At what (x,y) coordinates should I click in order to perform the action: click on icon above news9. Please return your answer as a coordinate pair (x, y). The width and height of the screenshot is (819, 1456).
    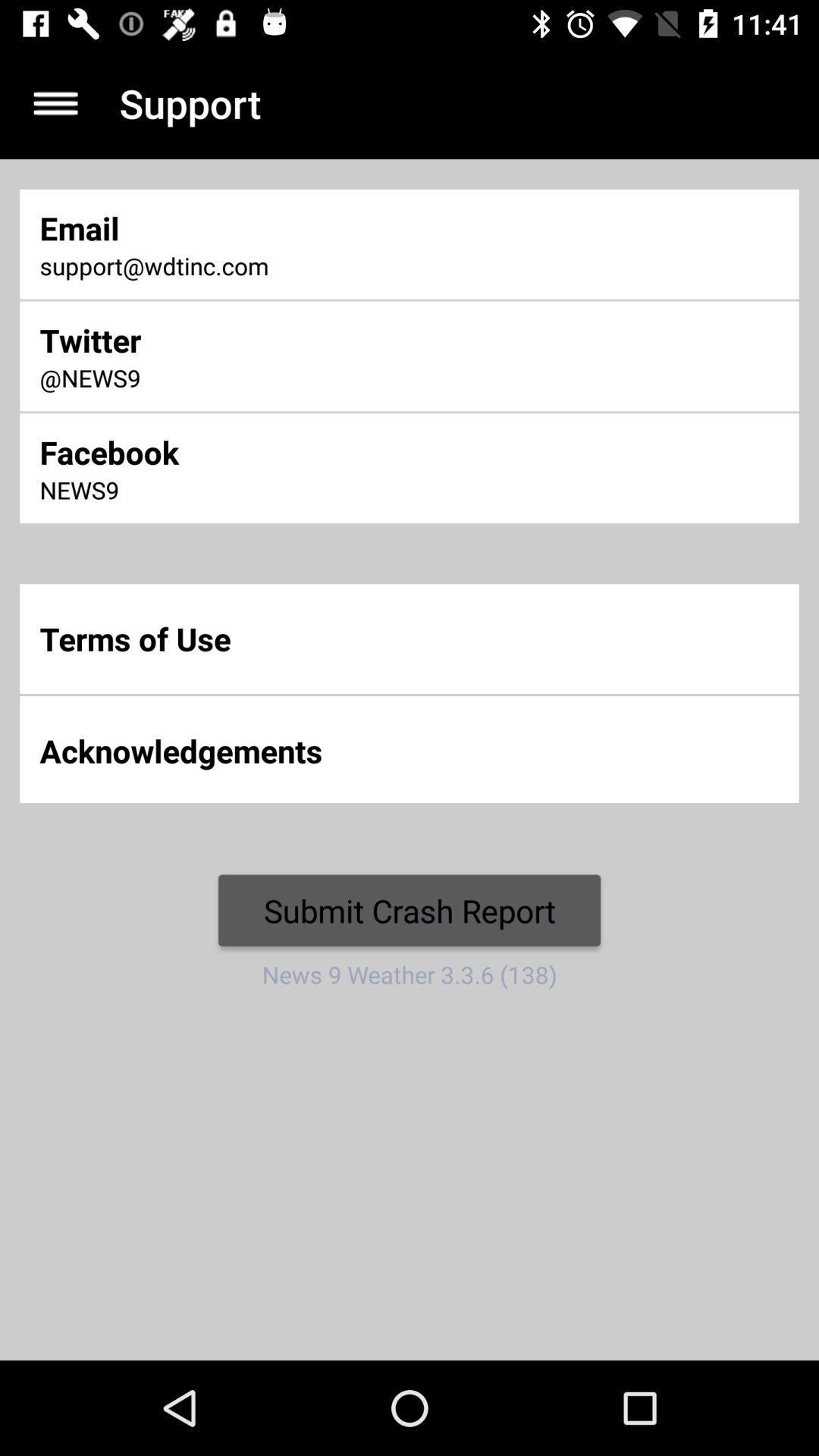
    Looking at the image, I should click on (271, 451).